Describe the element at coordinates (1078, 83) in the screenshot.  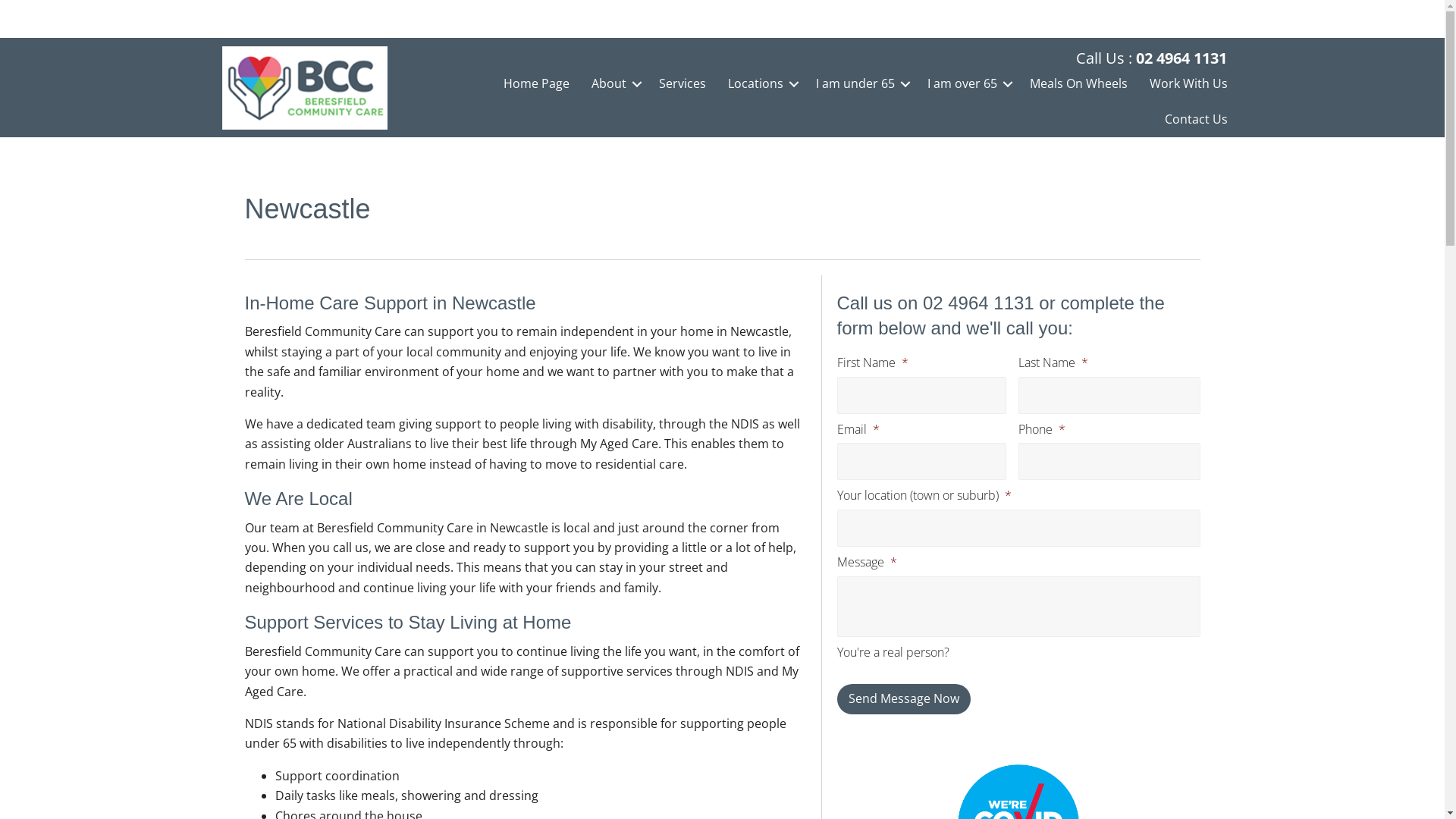
I see `'Meals On Wheels'` at that location.